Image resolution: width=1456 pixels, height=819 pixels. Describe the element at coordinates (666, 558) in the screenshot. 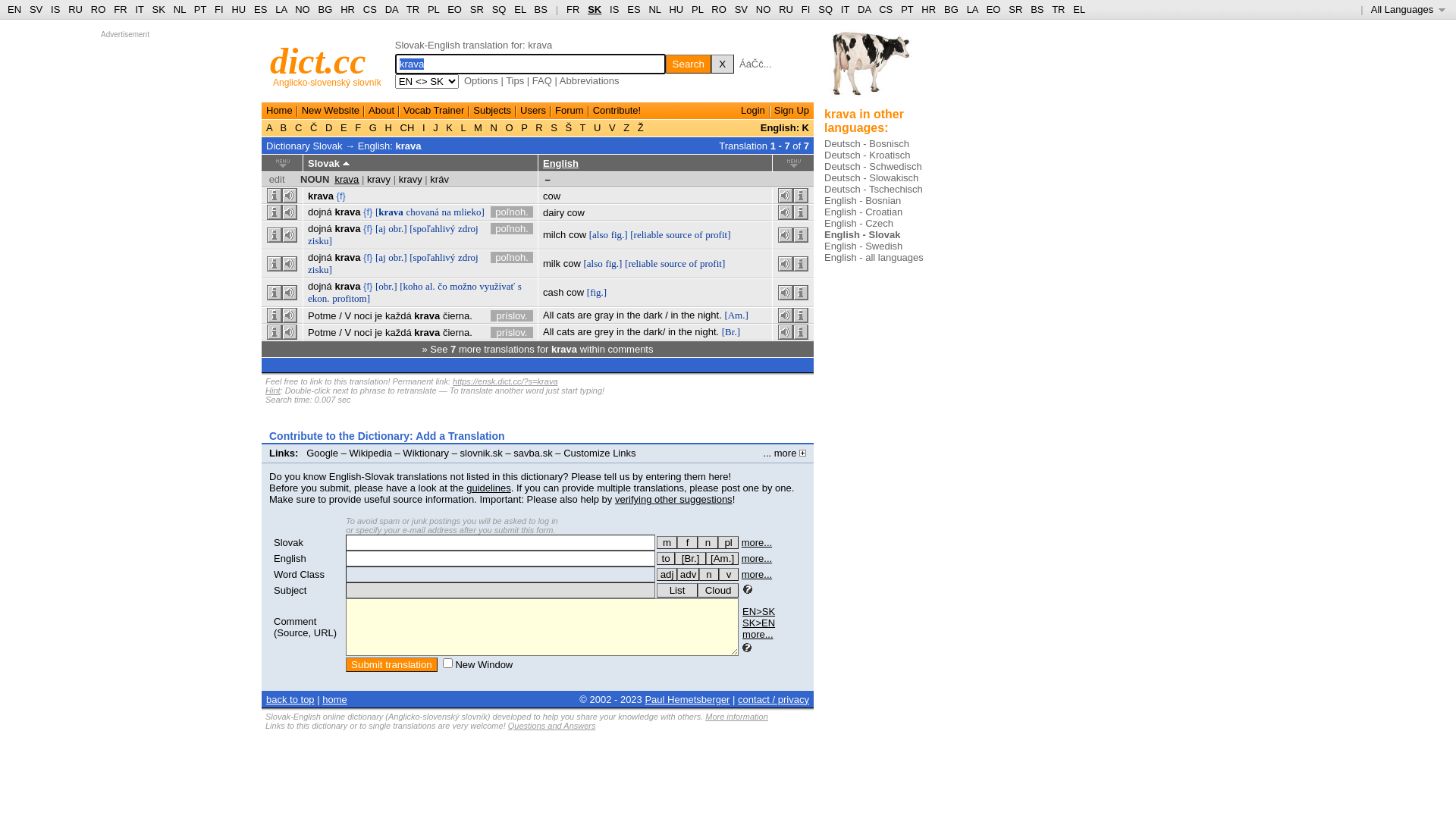

I see `'for verbs'` at that location.